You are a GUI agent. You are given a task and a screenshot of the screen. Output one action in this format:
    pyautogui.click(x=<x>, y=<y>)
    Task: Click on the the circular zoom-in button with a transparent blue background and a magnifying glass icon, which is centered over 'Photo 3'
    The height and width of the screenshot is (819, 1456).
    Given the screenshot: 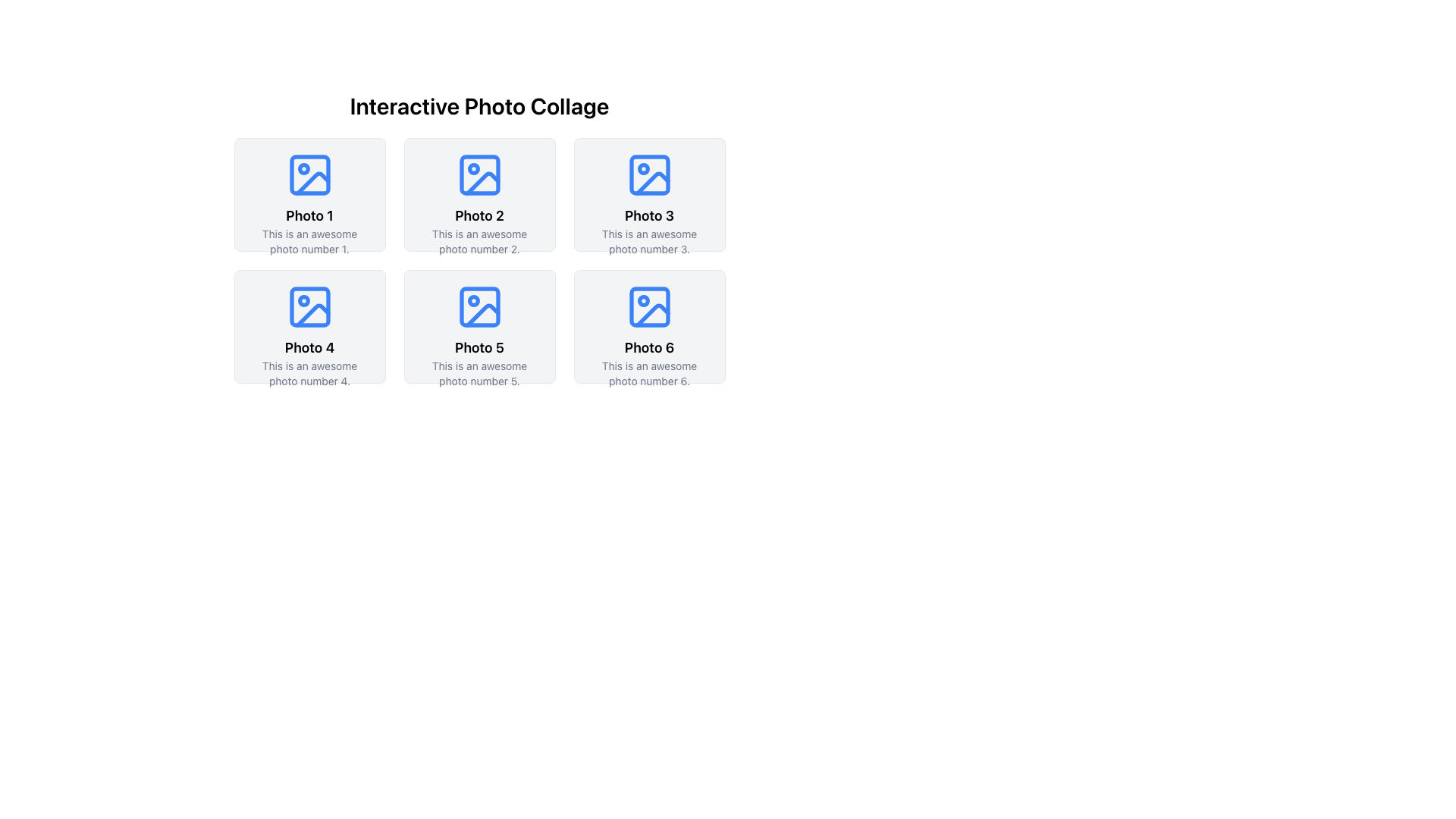 What is the action you would take?
    pyautogui.click(x=649, y=194)
    